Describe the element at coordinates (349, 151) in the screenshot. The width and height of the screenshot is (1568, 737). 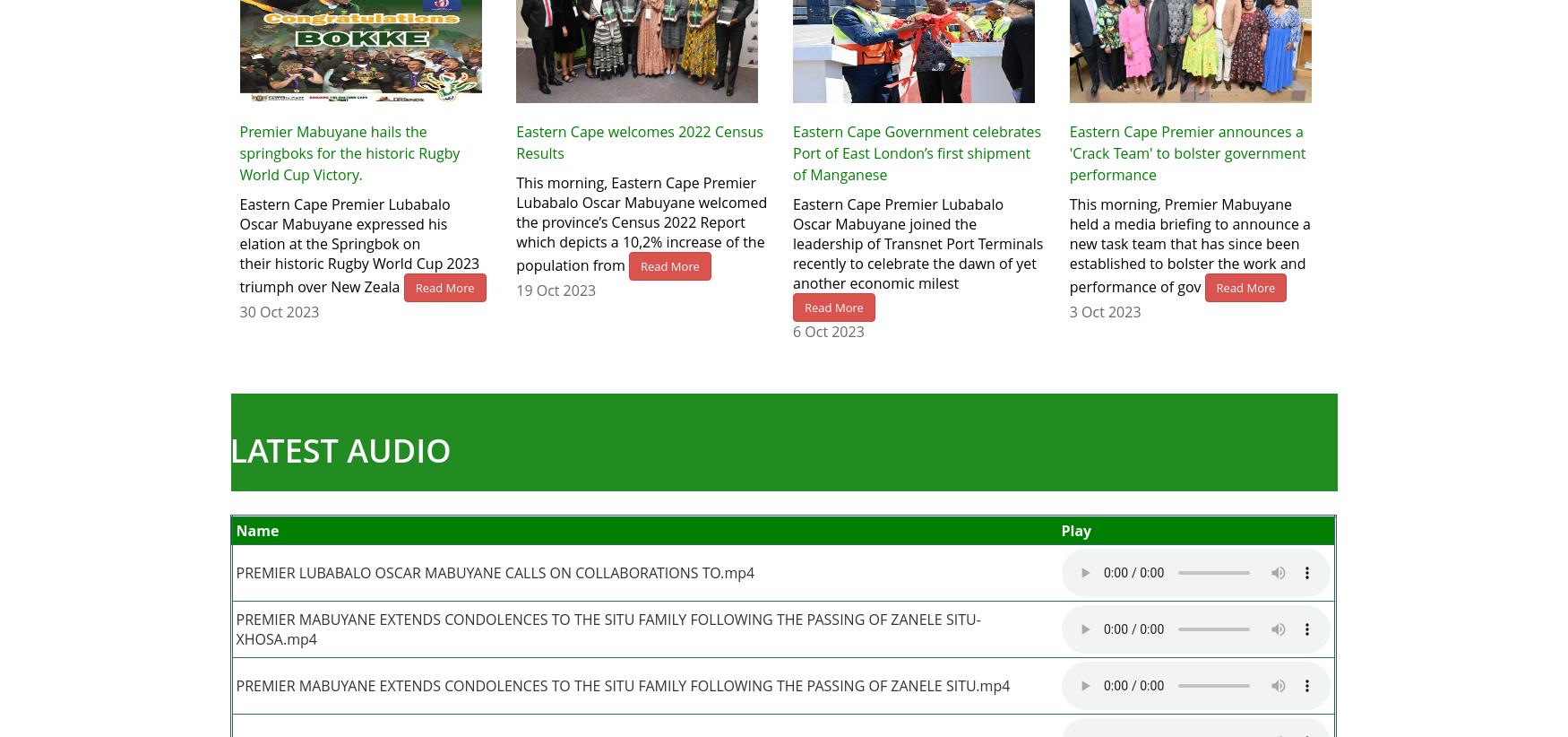
I see `'Premier Mabuyane hails the springboks for the historic Rugby World Cup Victory.'` at that location.